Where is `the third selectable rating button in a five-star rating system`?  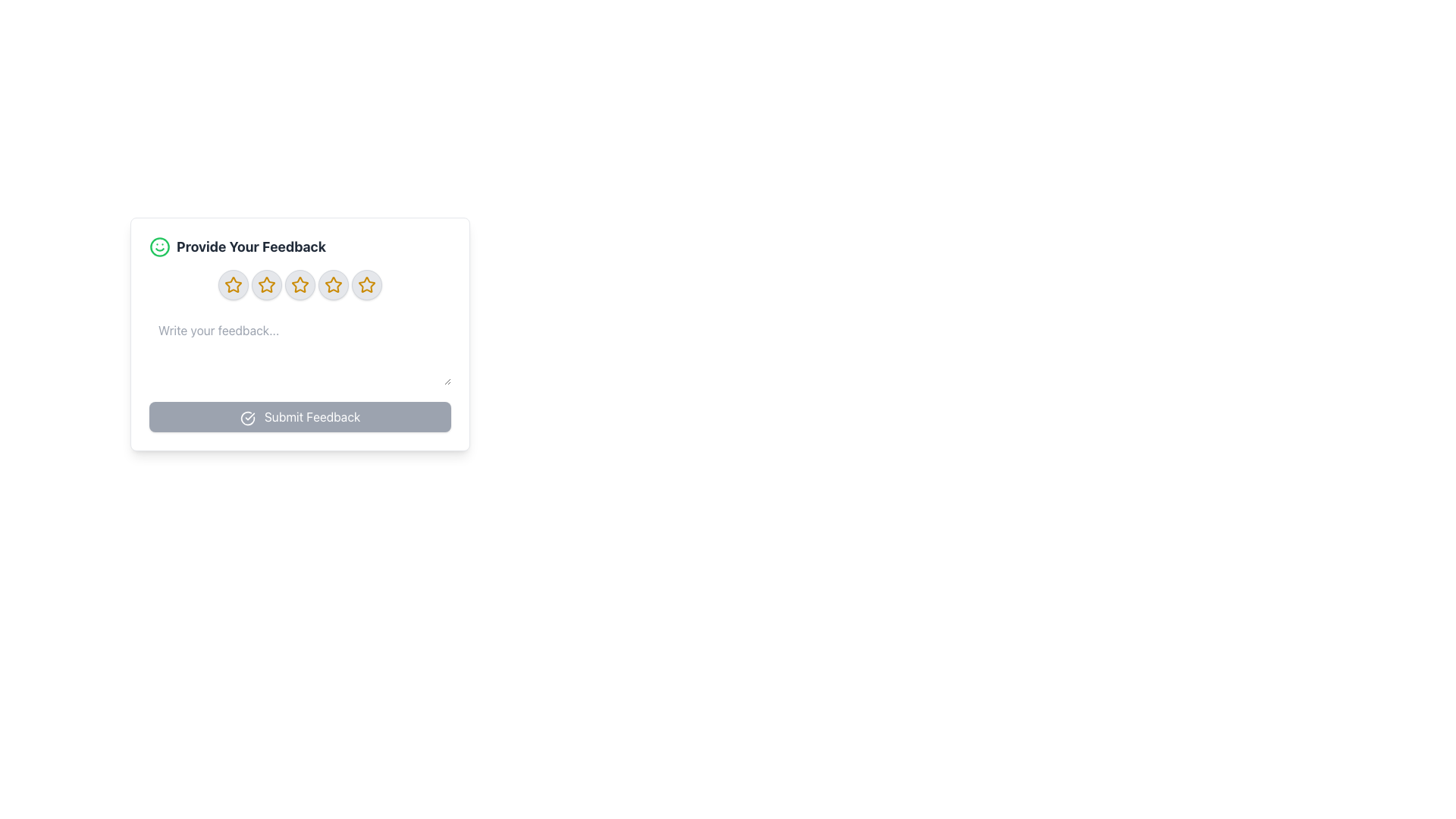
the third selectable rating button in a five-star rating system is located at coordinates (300, 284).